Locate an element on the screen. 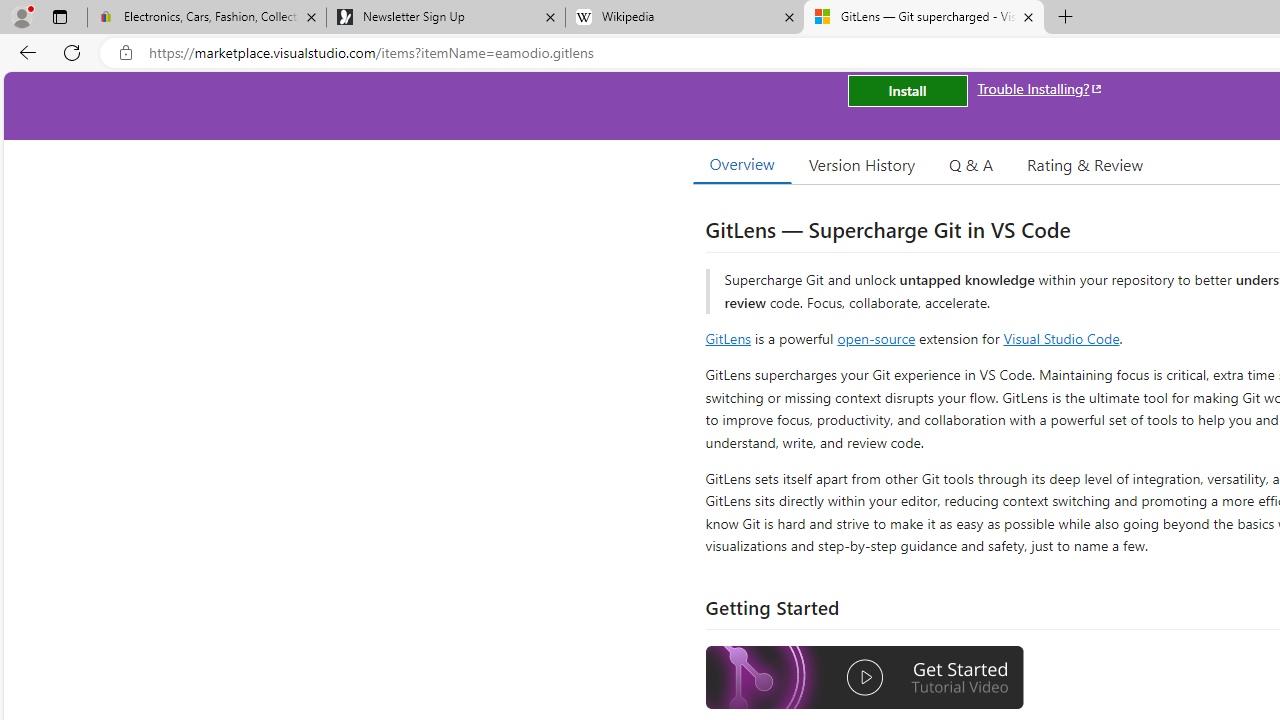 Image resolution: width=1280 pixels, height=720 pixels. 'Version History' is located at coordinates (862, 163).